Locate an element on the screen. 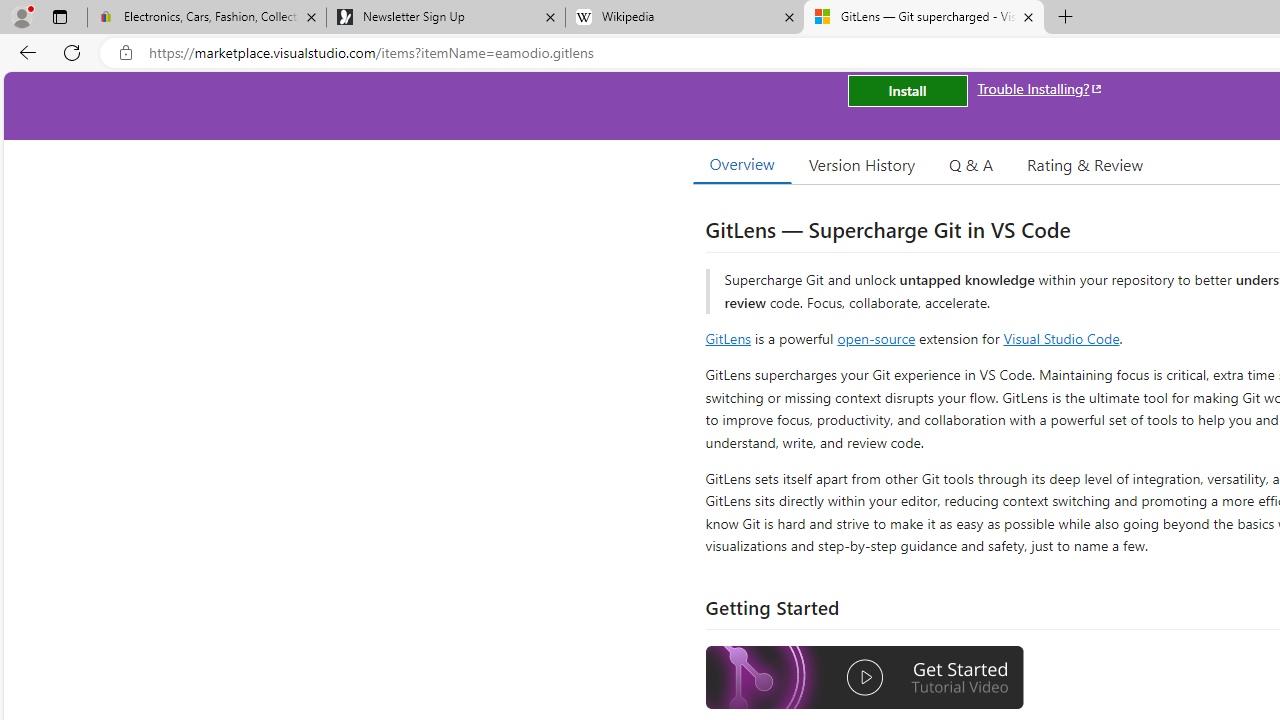 Image resolution: width=1280 pixels, height=720 pixels. 'Version History' is located at coordinates (862, 163).